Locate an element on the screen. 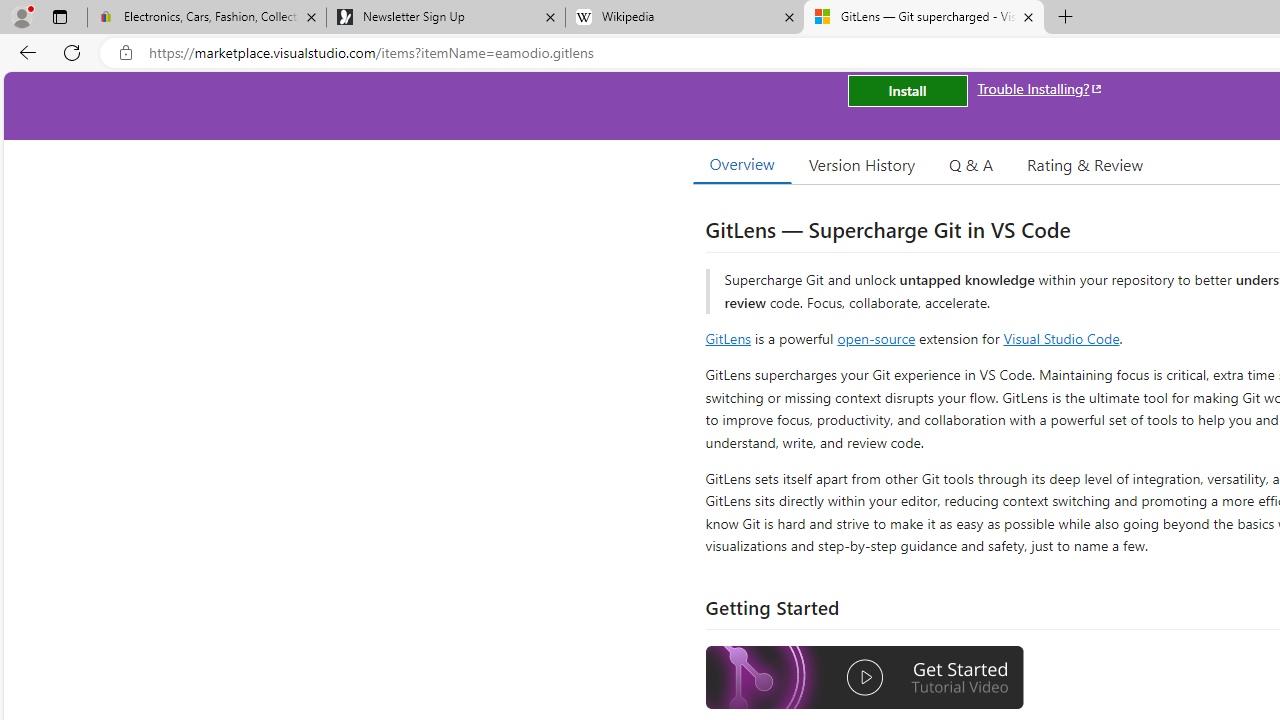 Image resolution: width=1280 pixels, height=720 pixels. 'Version History' is located at coordinates (862, 163).